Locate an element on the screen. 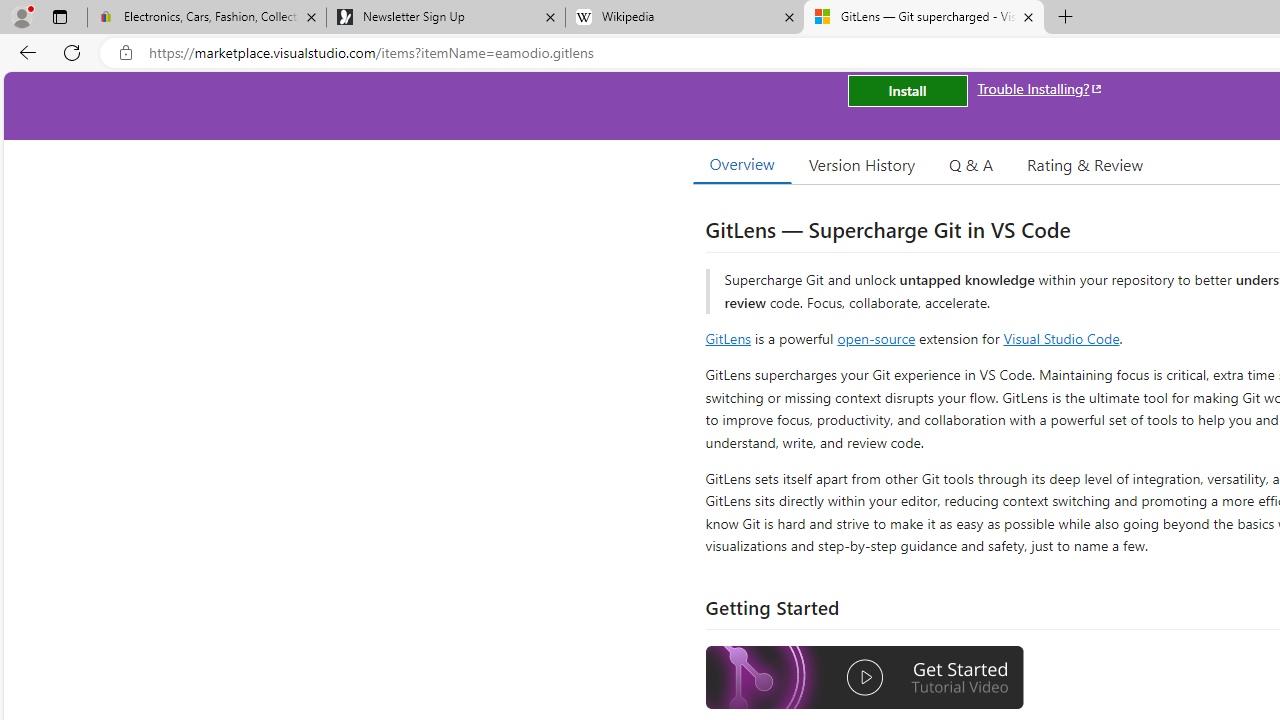 Image resolution: width=1280 pixels, height=720 pixels. 'Version History' is located at coordinates (862, 163).